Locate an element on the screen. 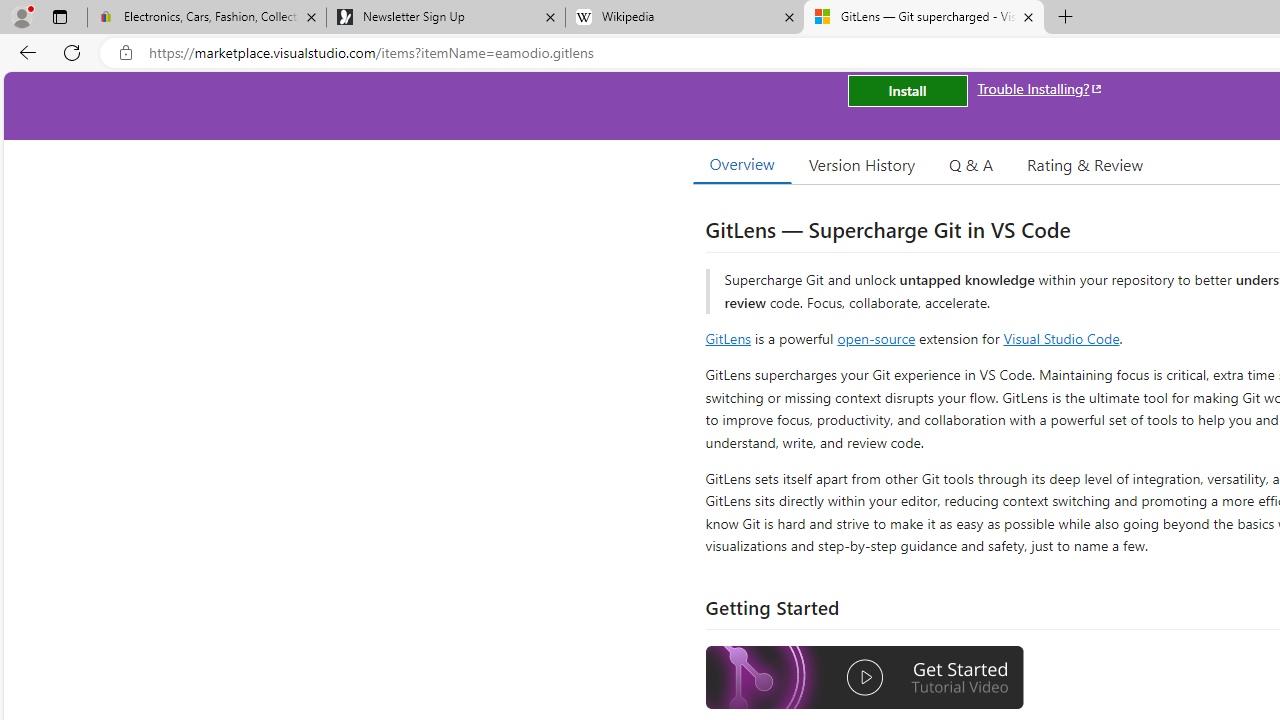 Image resolution: width=1280 pixels, height=720 pixels. 'Version History' is located at coordinates (862, 163).